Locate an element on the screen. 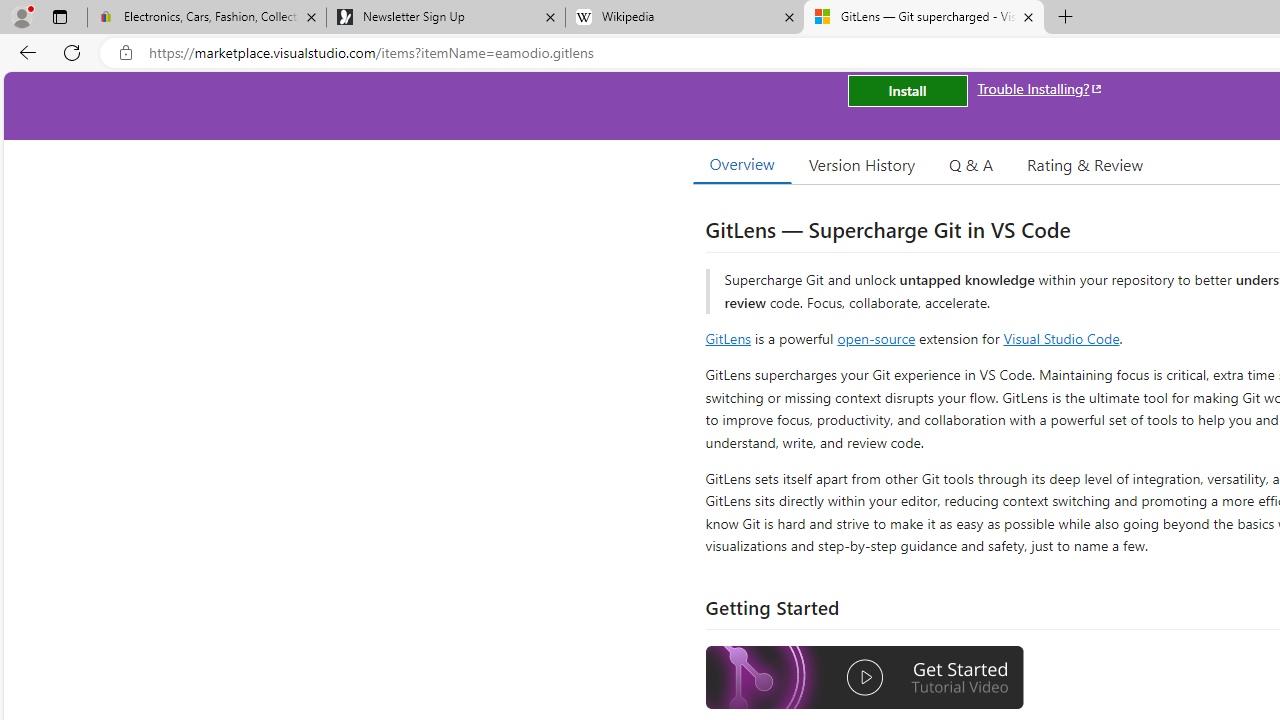 Image resolution: width=1280 pixels, height=720 pixels. 'Version History' is located at coordinates (862, 163).